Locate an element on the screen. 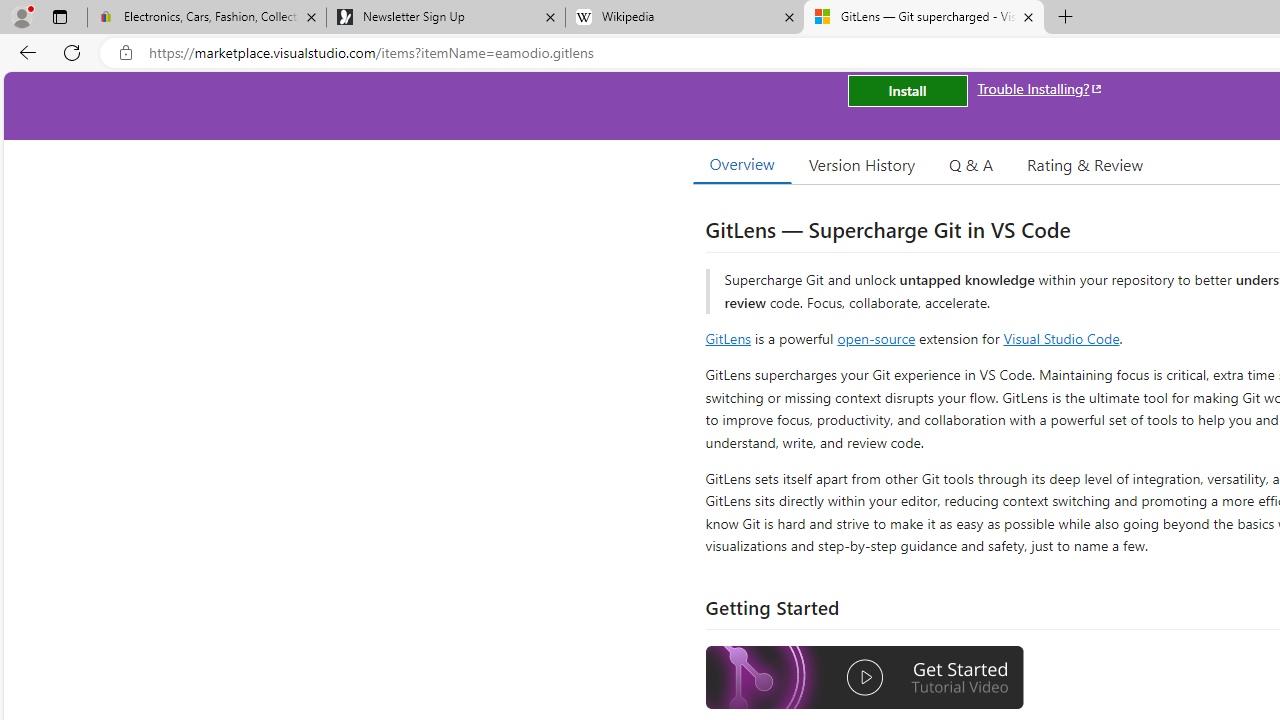 Image resolution: width=1280 pixels, height=720 pixels. 'Version History' is located at coordinates (862, 163).